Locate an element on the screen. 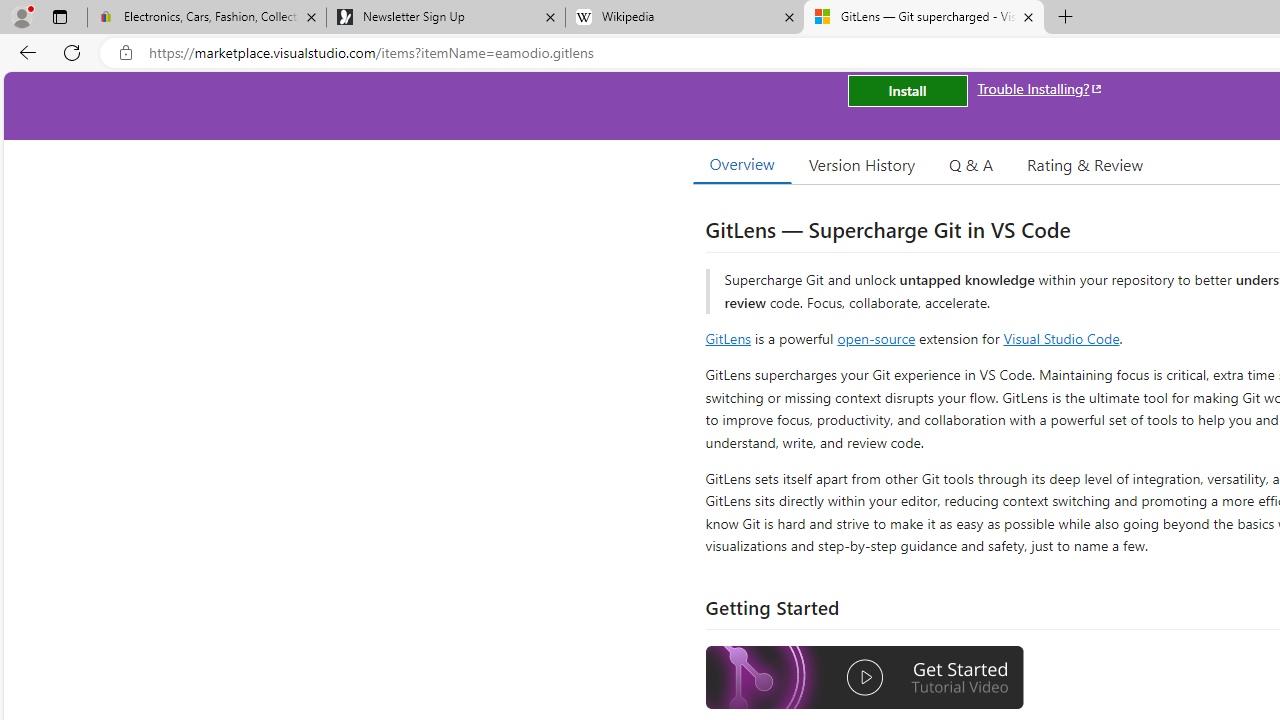 Image resolution: width=1280 pixels, height=720 pixels. 'Version History' is located at coordinates (862, 163).